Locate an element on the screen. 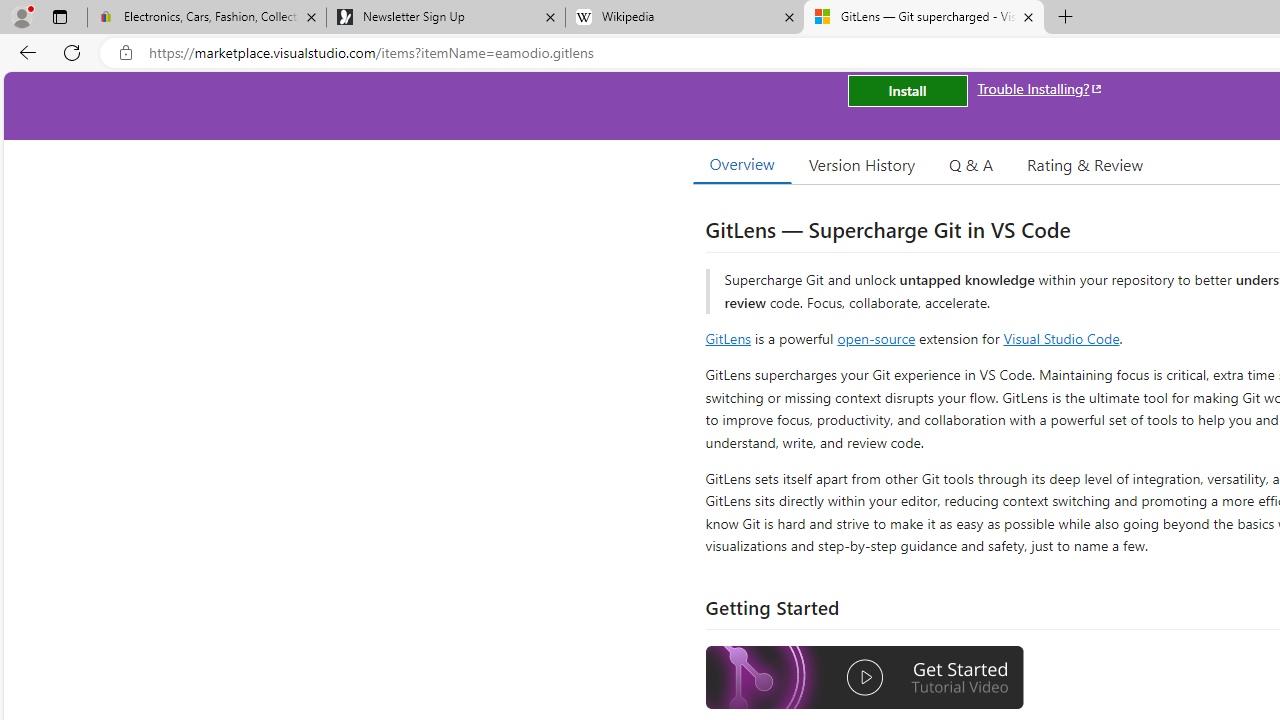 Image resolution: width=1280 pixels, height=720 pixels. 'Version History' is located at coordinates (862, 163).